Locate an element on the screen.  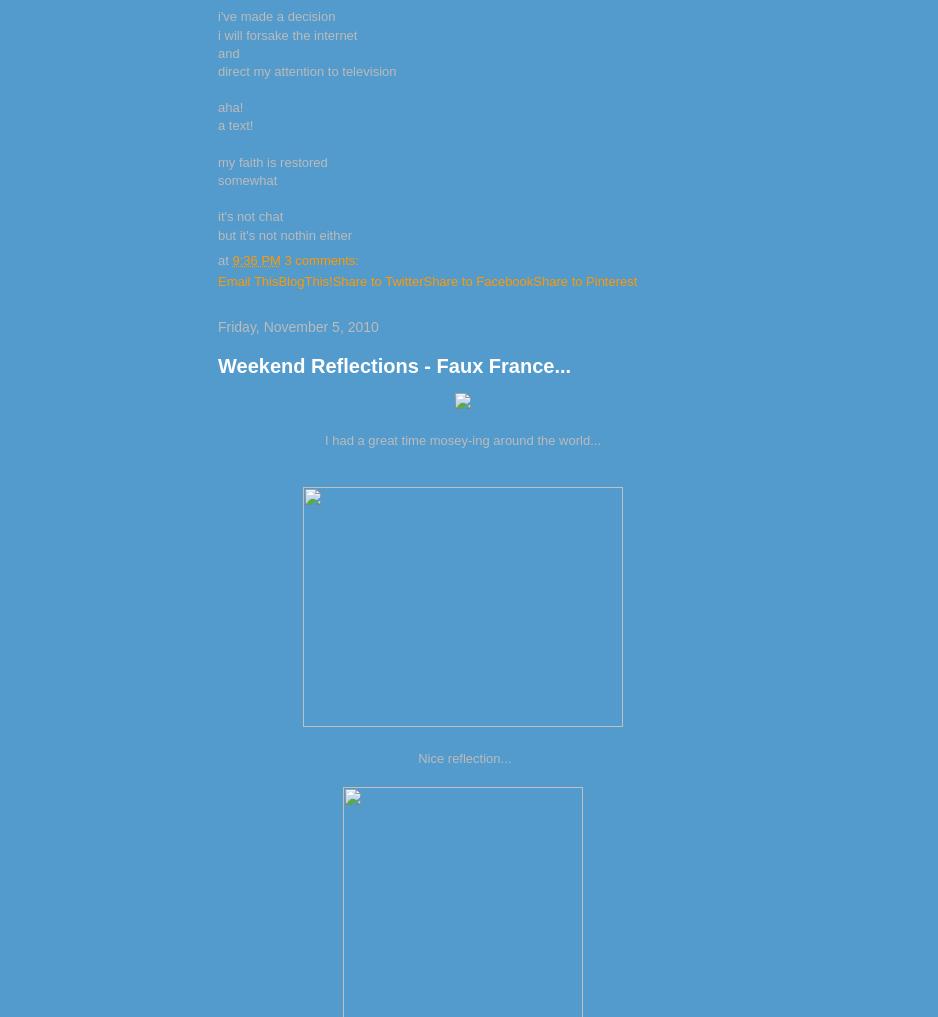
'Weekend Reflections - Faux France...' is located at coordinates (393, 364).